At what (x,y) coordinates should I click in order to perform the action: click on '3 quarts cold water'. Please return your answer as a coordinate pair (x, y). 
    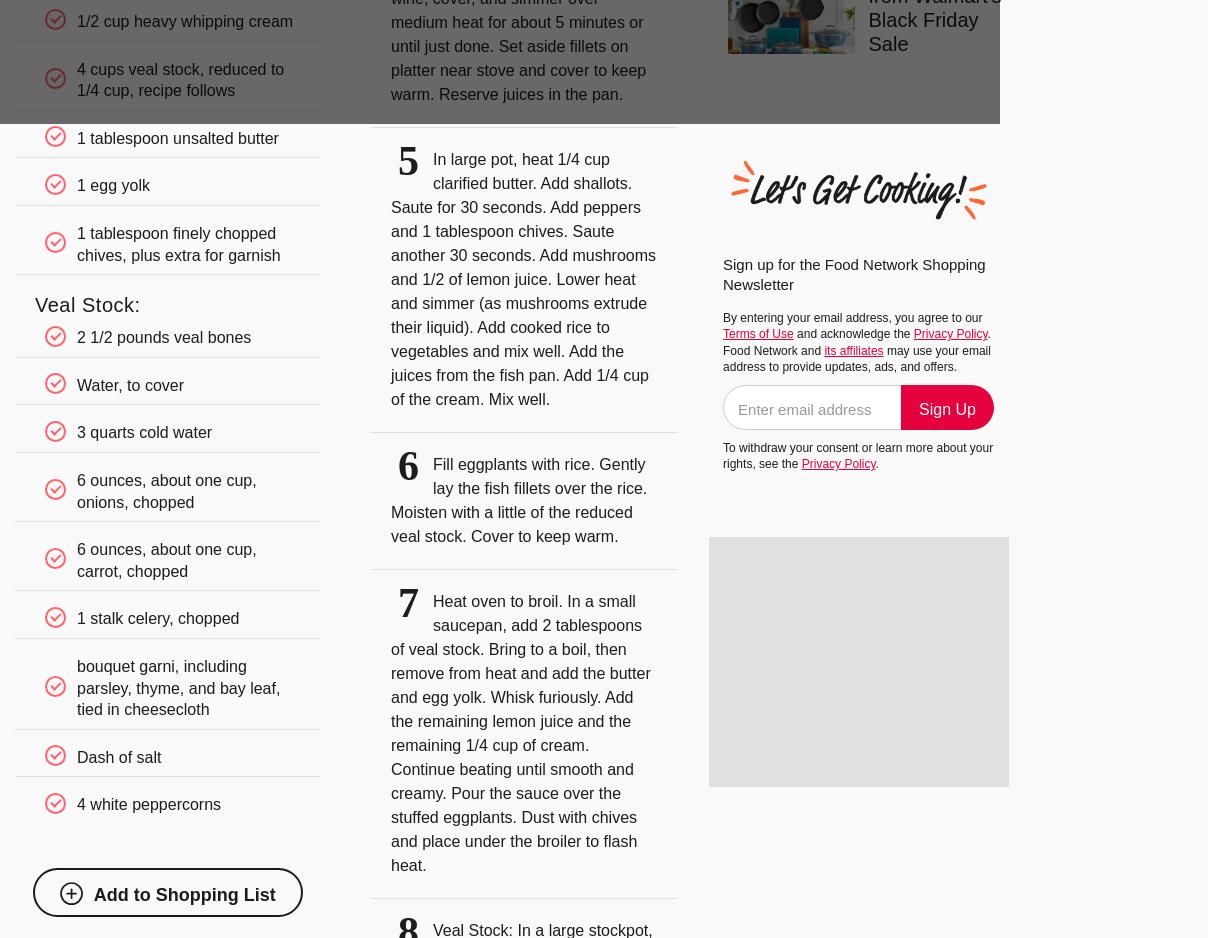
    Looking at the image, I should click on (75, 432).